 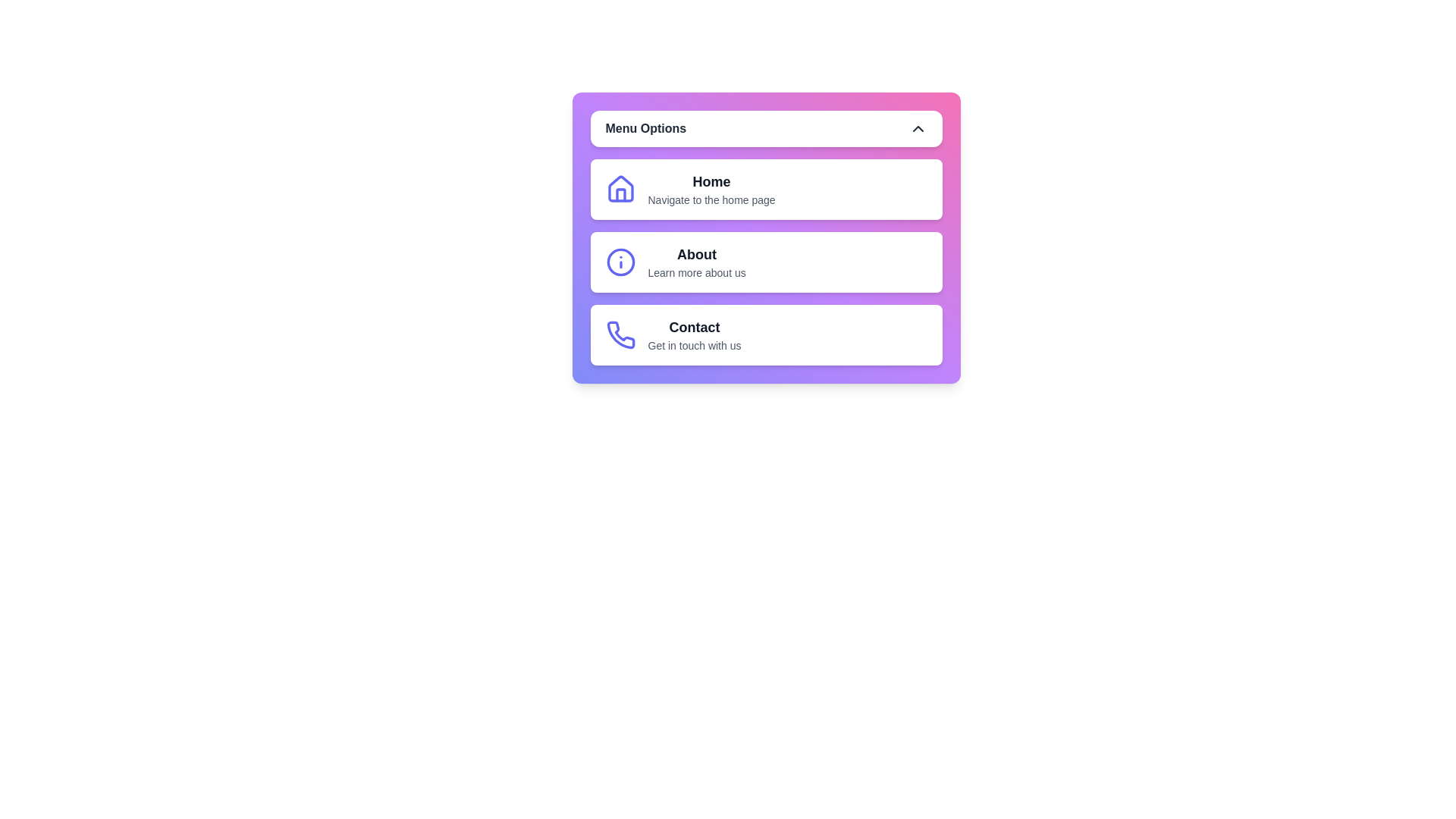 I want to click on the menu item About from the menu, so click(x=766, y=262).